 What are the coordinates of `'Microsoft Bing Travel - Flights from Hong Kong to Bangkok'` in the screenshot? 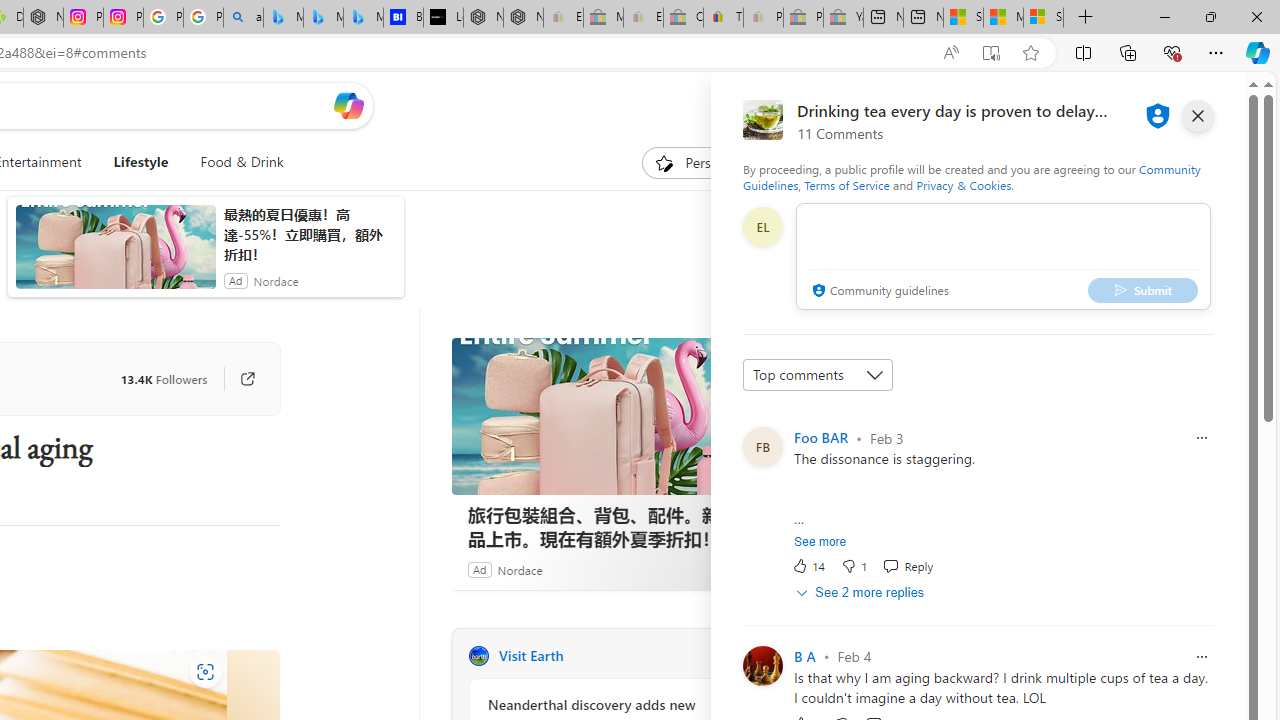 It's located at (282, 17).